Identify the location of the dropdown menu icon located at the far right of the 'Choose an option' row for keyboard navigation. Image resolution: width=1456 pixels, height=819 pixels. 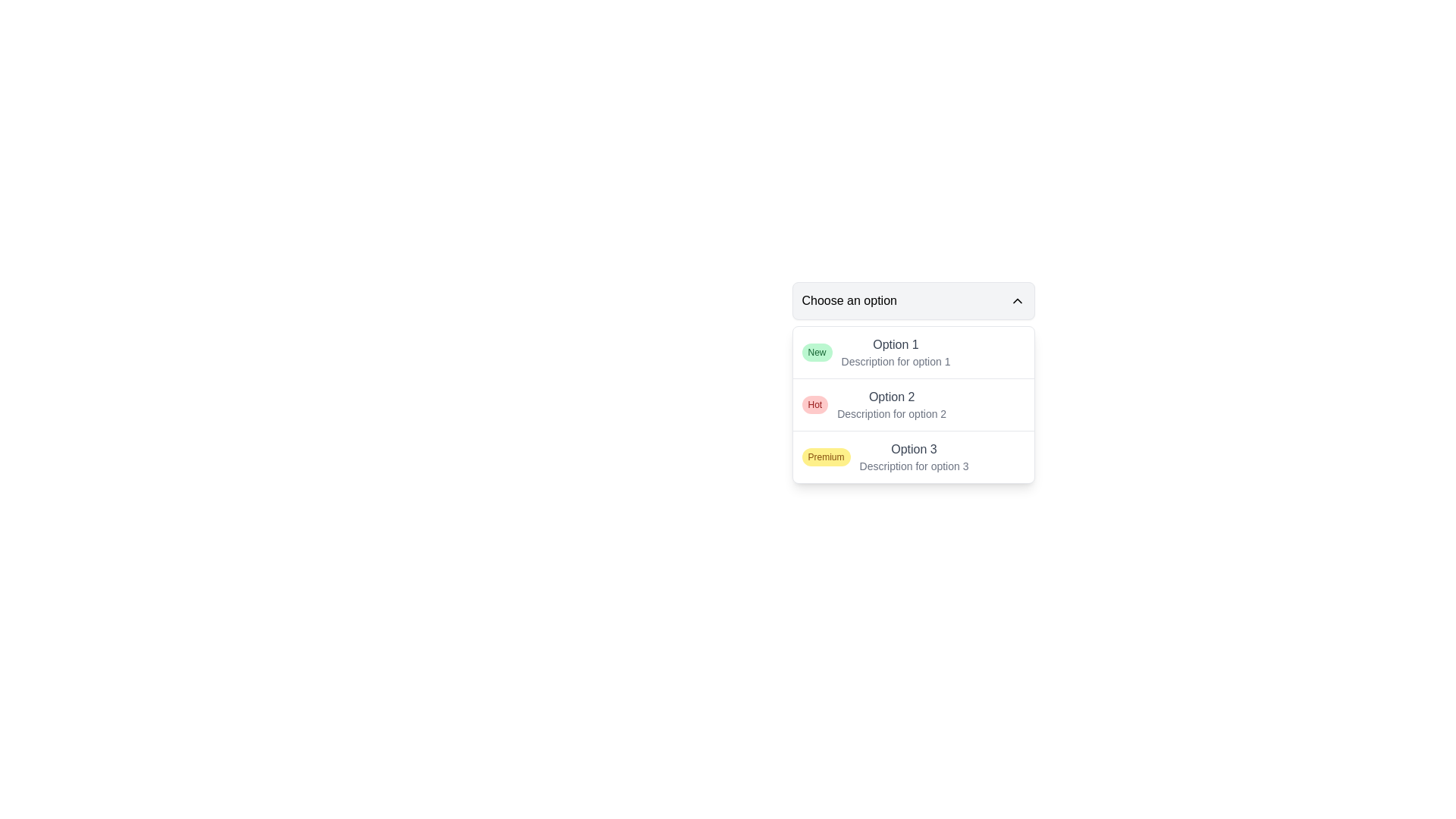
(1017, 301).